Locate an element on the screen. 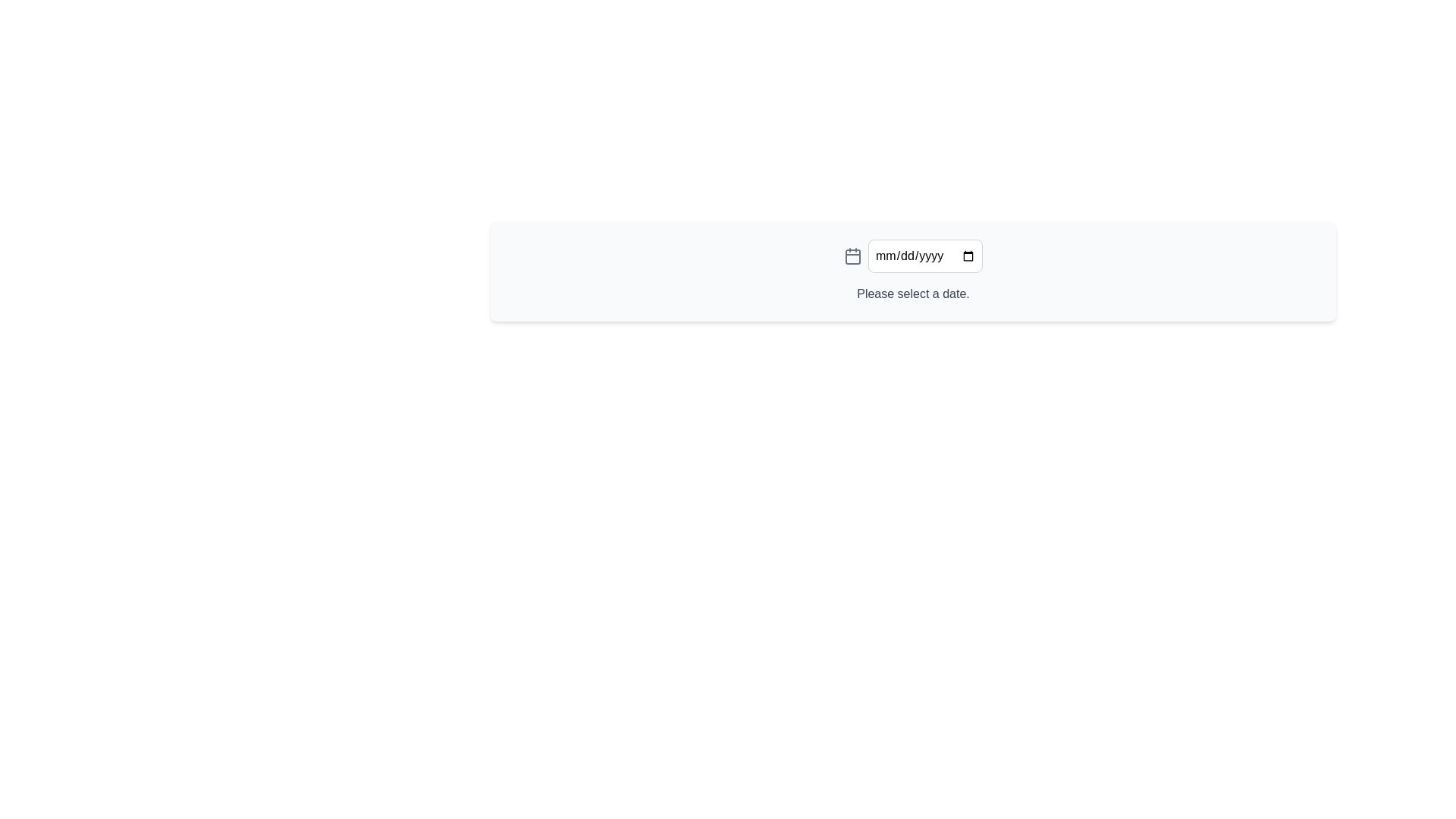 The width and height of the screenshot is (1456, 819). the main body of the calendar icon, which is represented by an SVG rectangle and located towards the top-left area of the form section, next to a text input field is located at coordinates (852, 256).